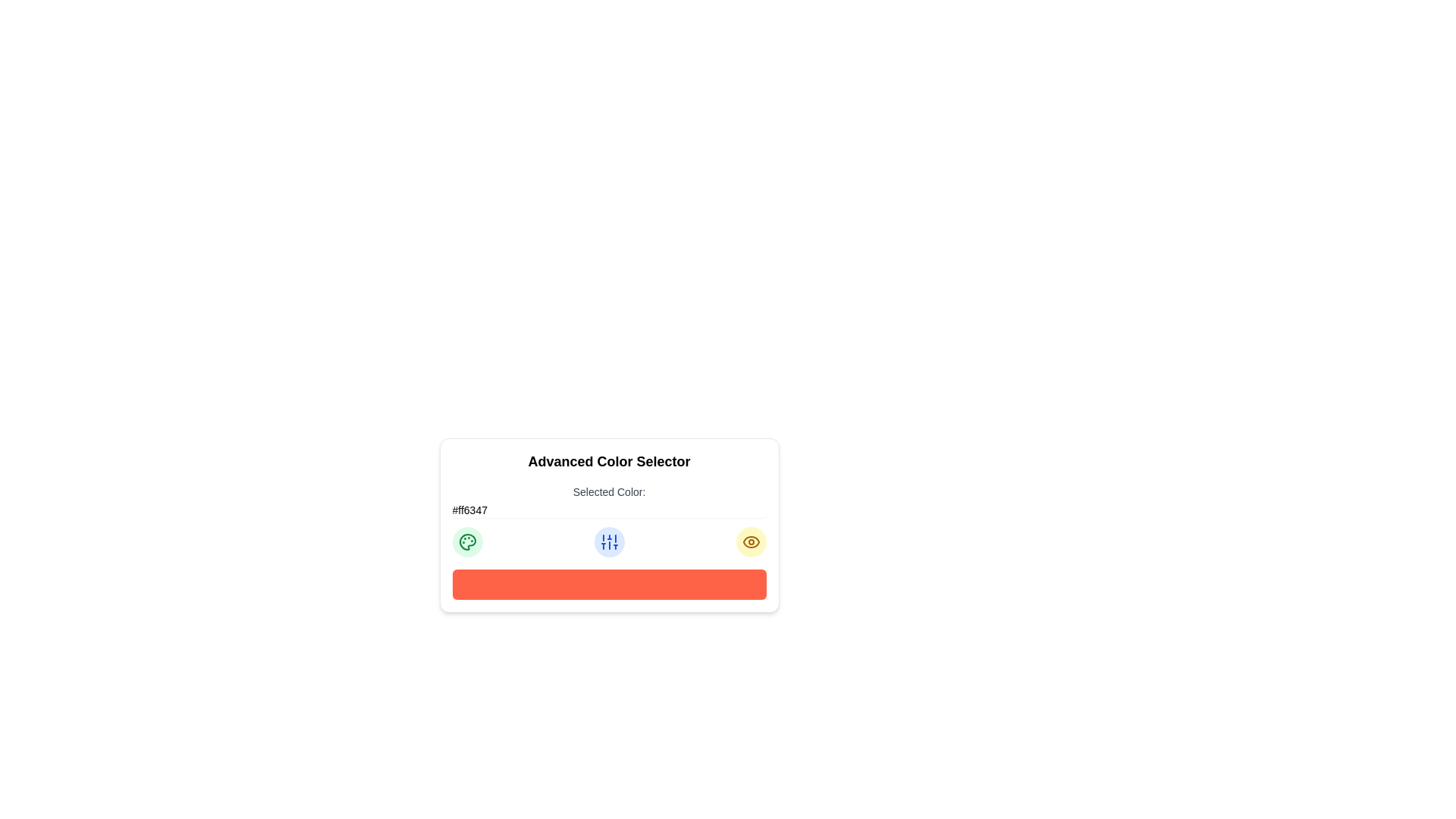 The width and height of the screenshot is (1456, 819). I want to click on the label that reads 'Selected Color:', styled in medium-sized sans-serif font and gray color, located at the top of the form section, so click(609, 491).